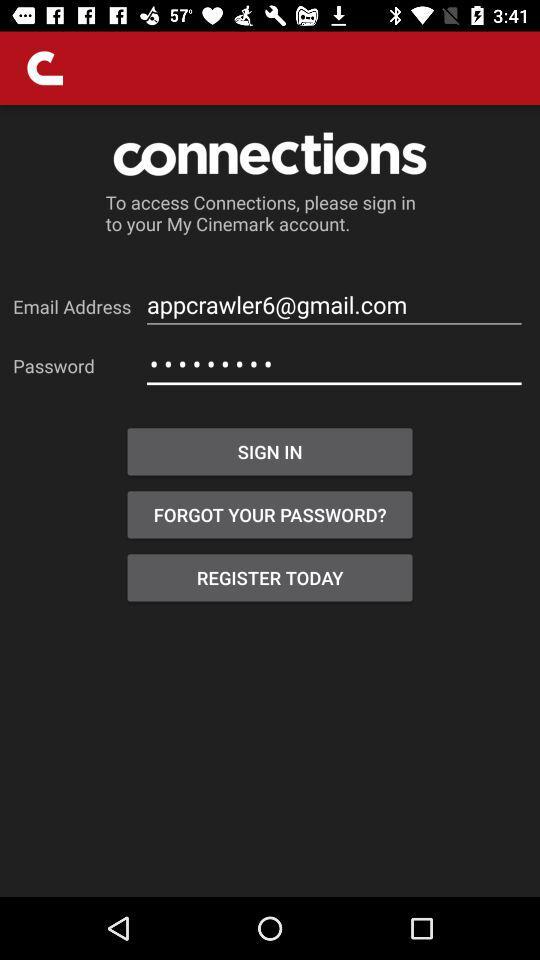 The width and height of the screenshot is (540, 960). I want to click on item to the right of the password item, so click(334, 363).